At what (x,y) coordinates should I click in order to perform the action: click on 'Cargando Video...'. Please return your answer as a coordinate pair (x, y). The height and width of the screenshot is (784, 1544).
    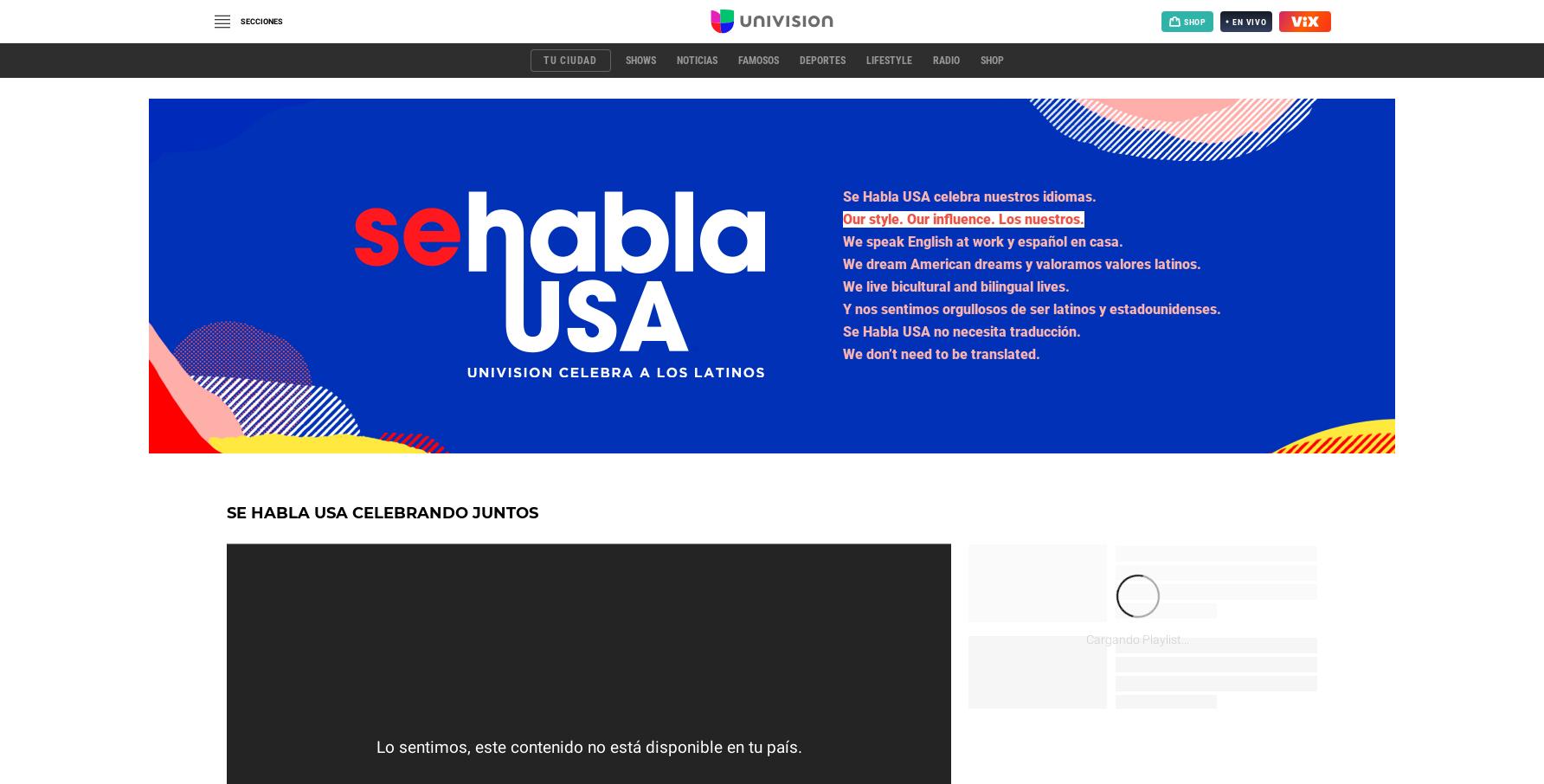
    Looking at the image, I should click on (589, 774).